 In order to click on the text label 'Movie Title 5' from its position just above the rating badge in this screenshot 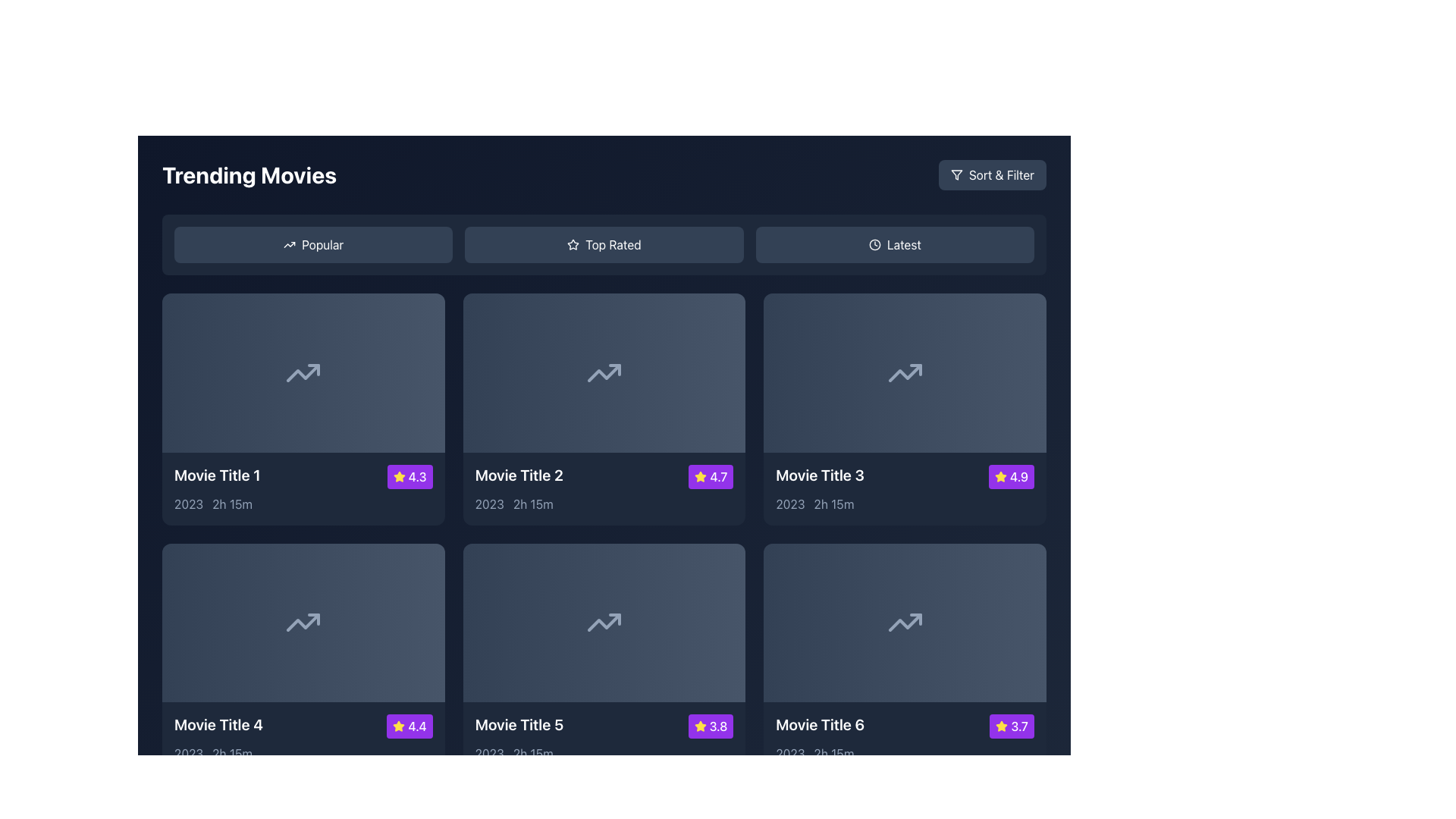, I will do `click(519, 724)`.